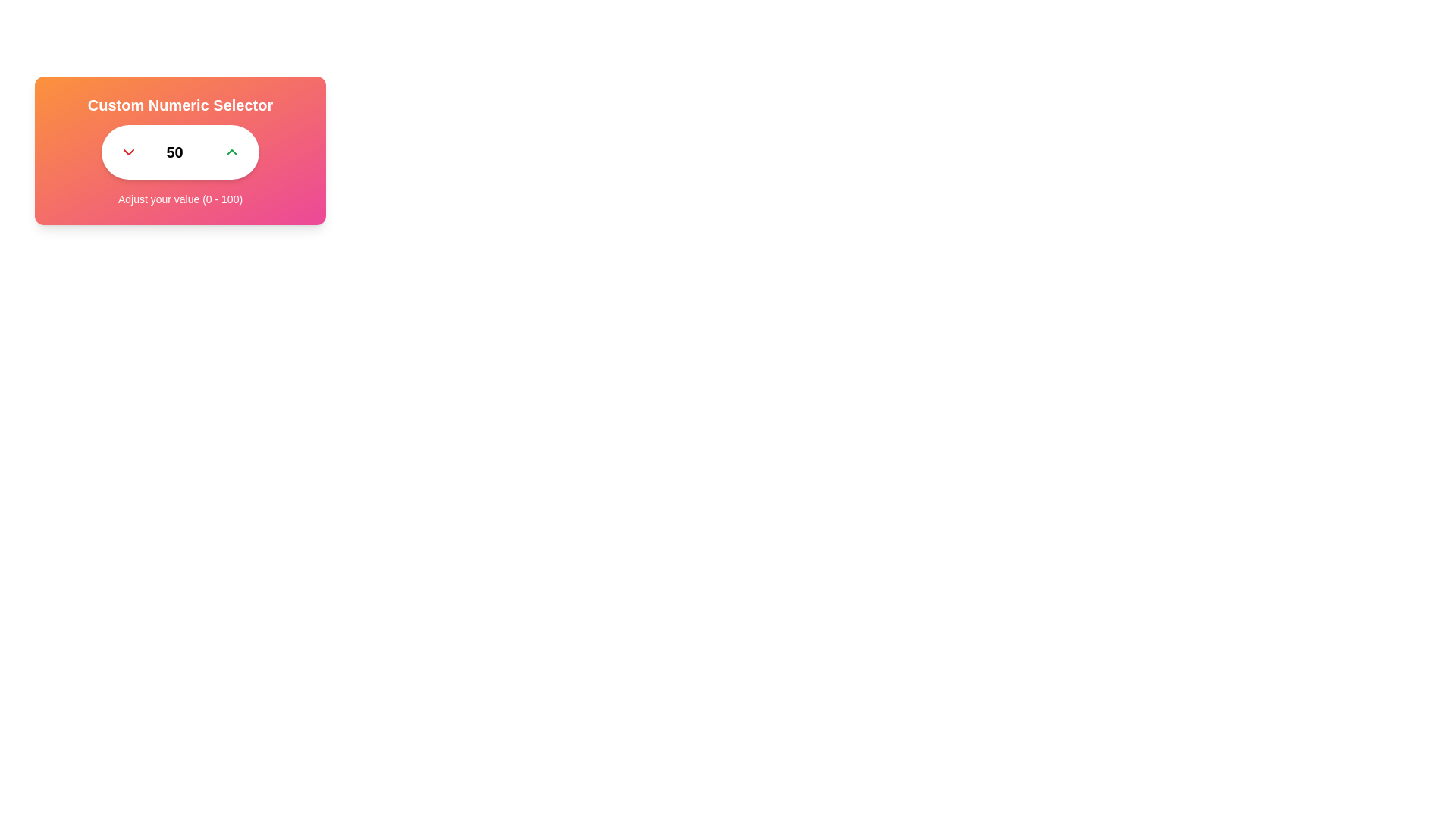 The image size is (1456, 819). What do you see at coordinates (180, 152) in the screenshot?
I see `the numeric display of the Numeric Selector Widget, which is centered below the title 'Custom Numeric Selector' and above the description 'Adjust your value (0 - 100)'` at bounding box center [180, 152].